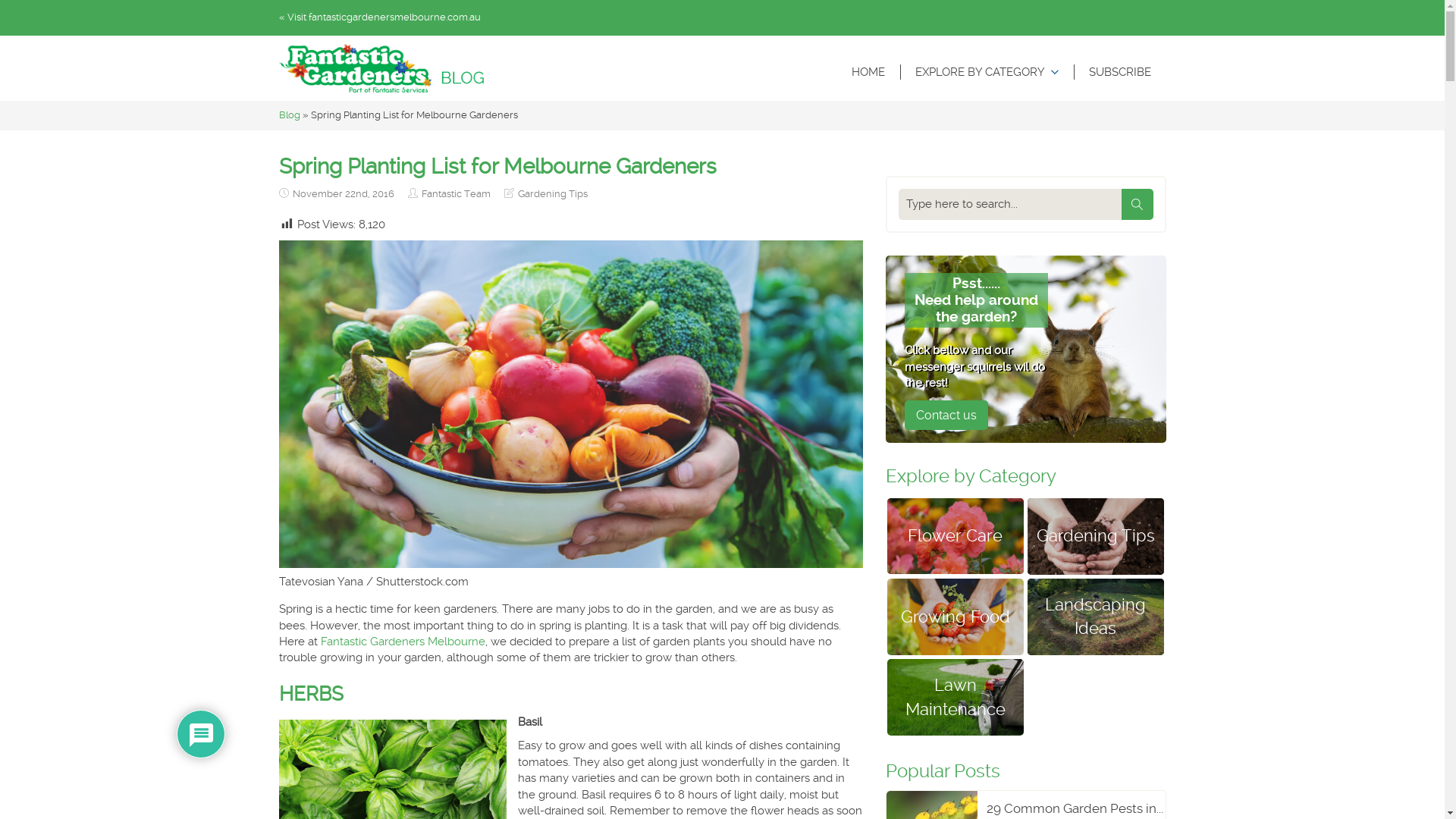  What do you see at coordinates (986, 72) in the screenshot?
I see `'EXPLORE BY CATEGORY'` at bounding box center [986, 72].